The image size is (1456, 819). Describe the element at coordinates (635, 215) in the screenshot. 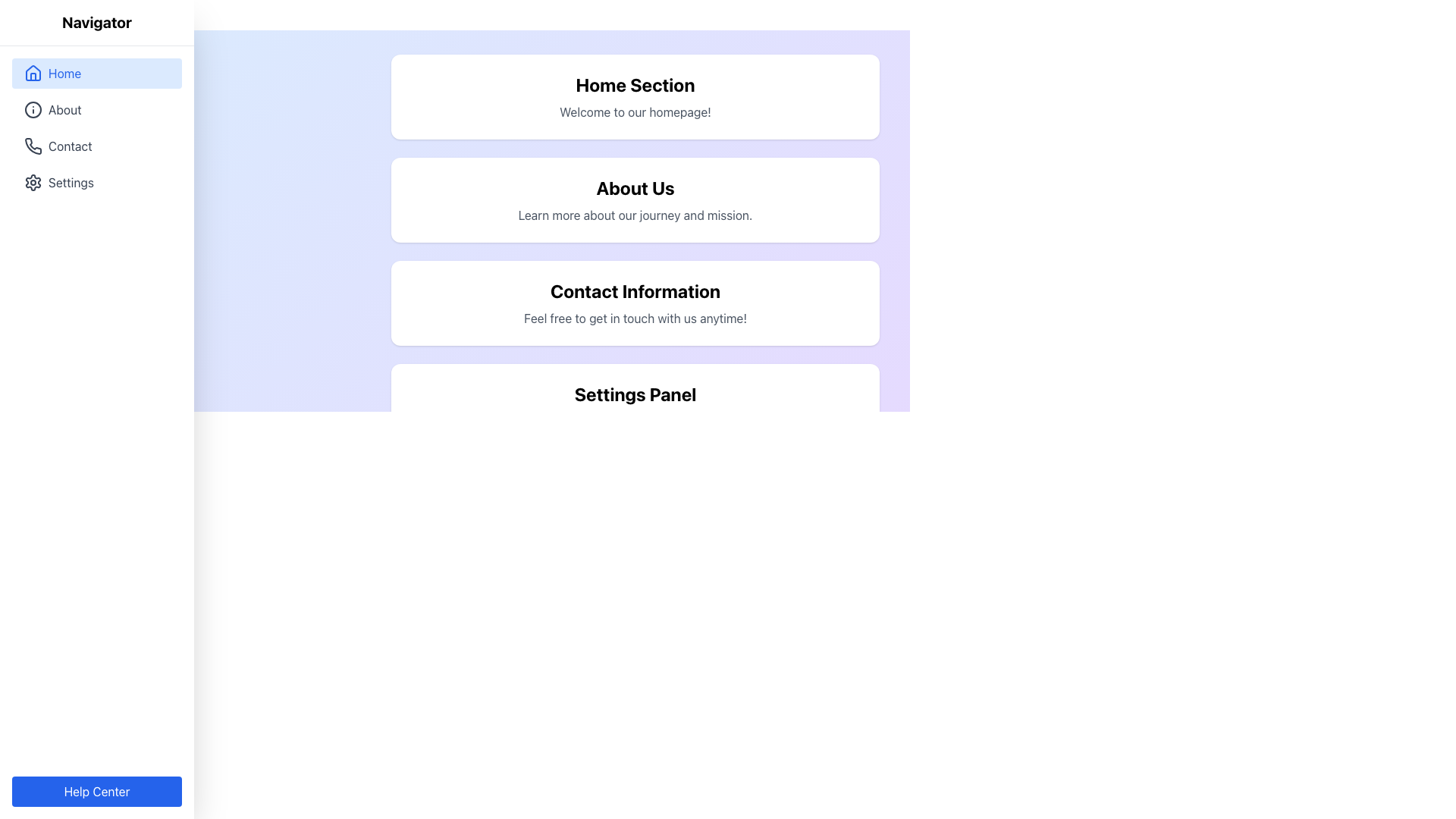

I see `subtitle text 'Learn more about our journey and mission.' located directly below the 'About Us' heading` at that location.